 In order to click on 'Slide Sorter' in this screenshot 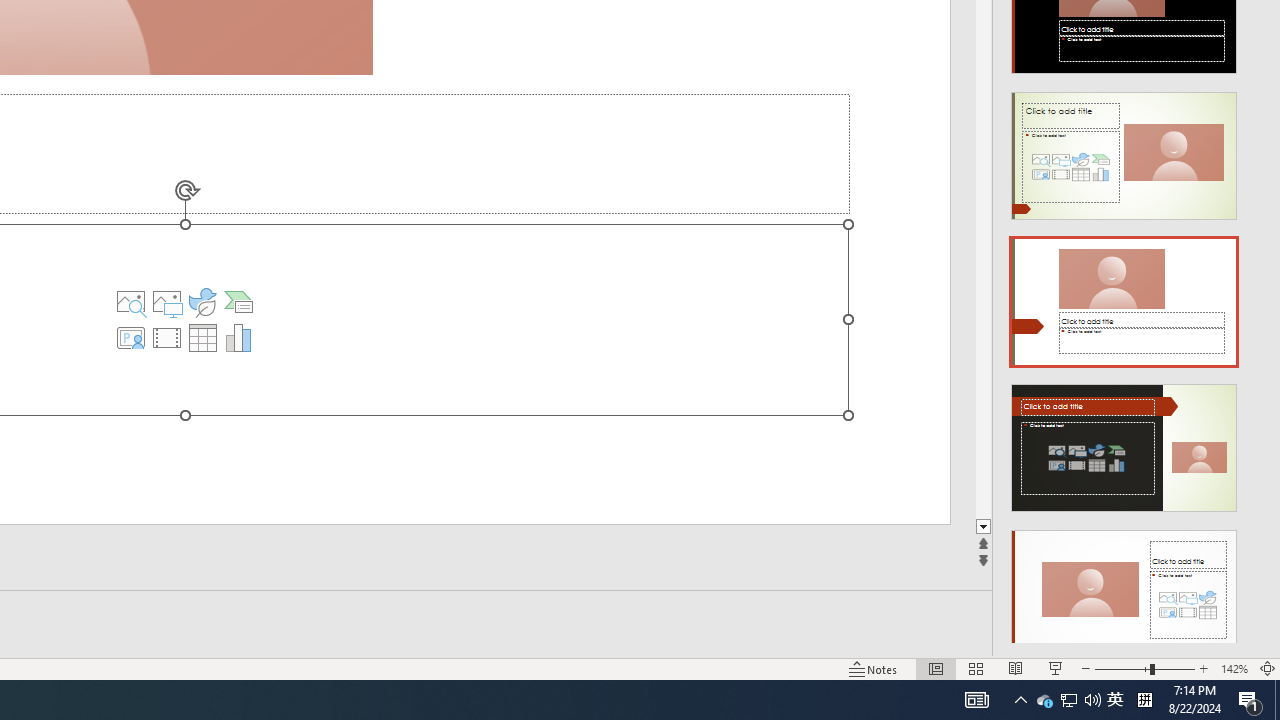, I will do `click(976, 669)`.